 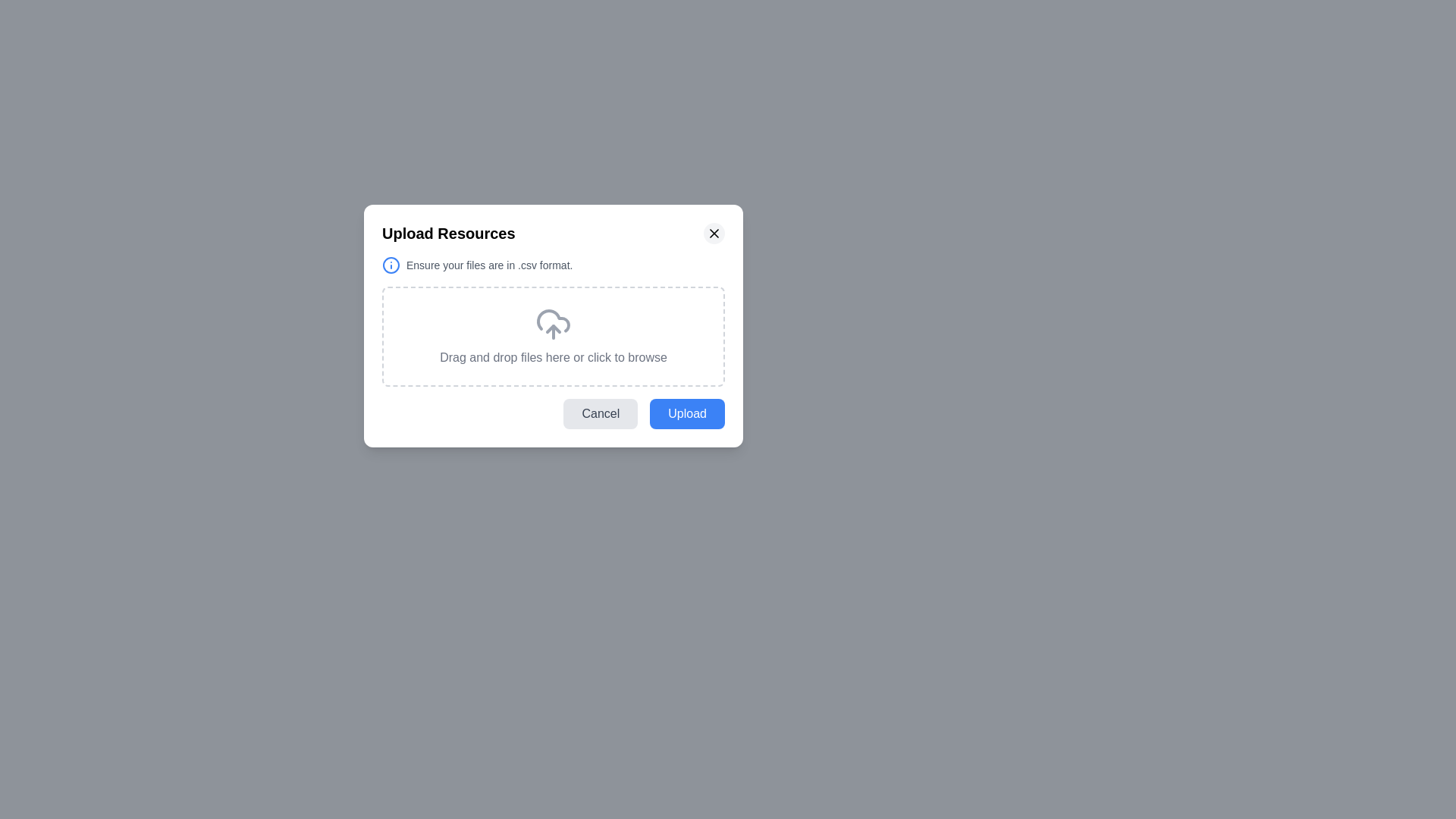 I want to click on the Text Label that serves as a static label or heading at the top-left part of the dialog box, so click(x=447, y=234).